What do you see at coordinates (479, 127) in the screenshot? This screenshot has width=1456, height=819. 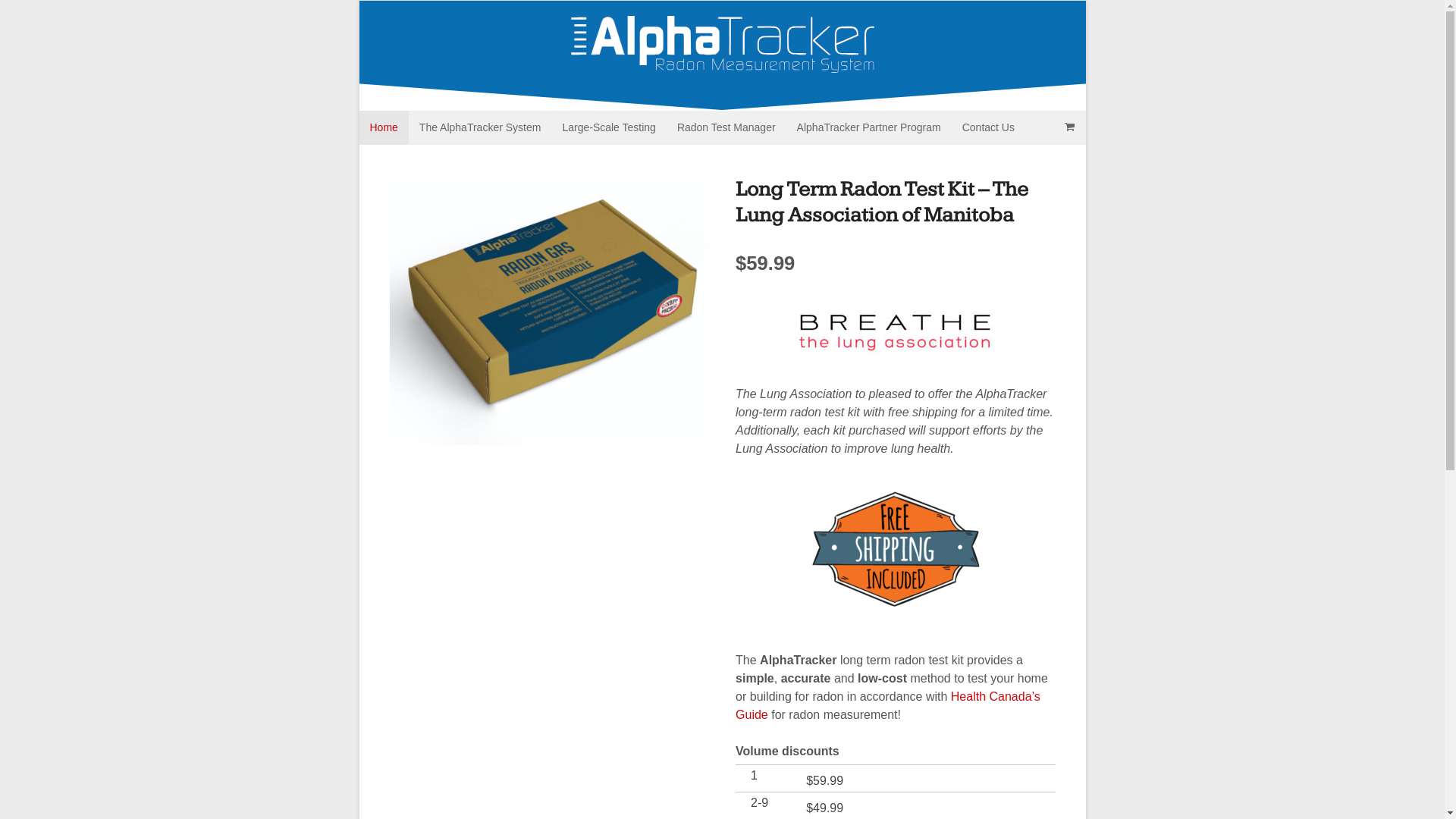 I see `'The AlphaTracker System'` at bounding box center [479, 127].